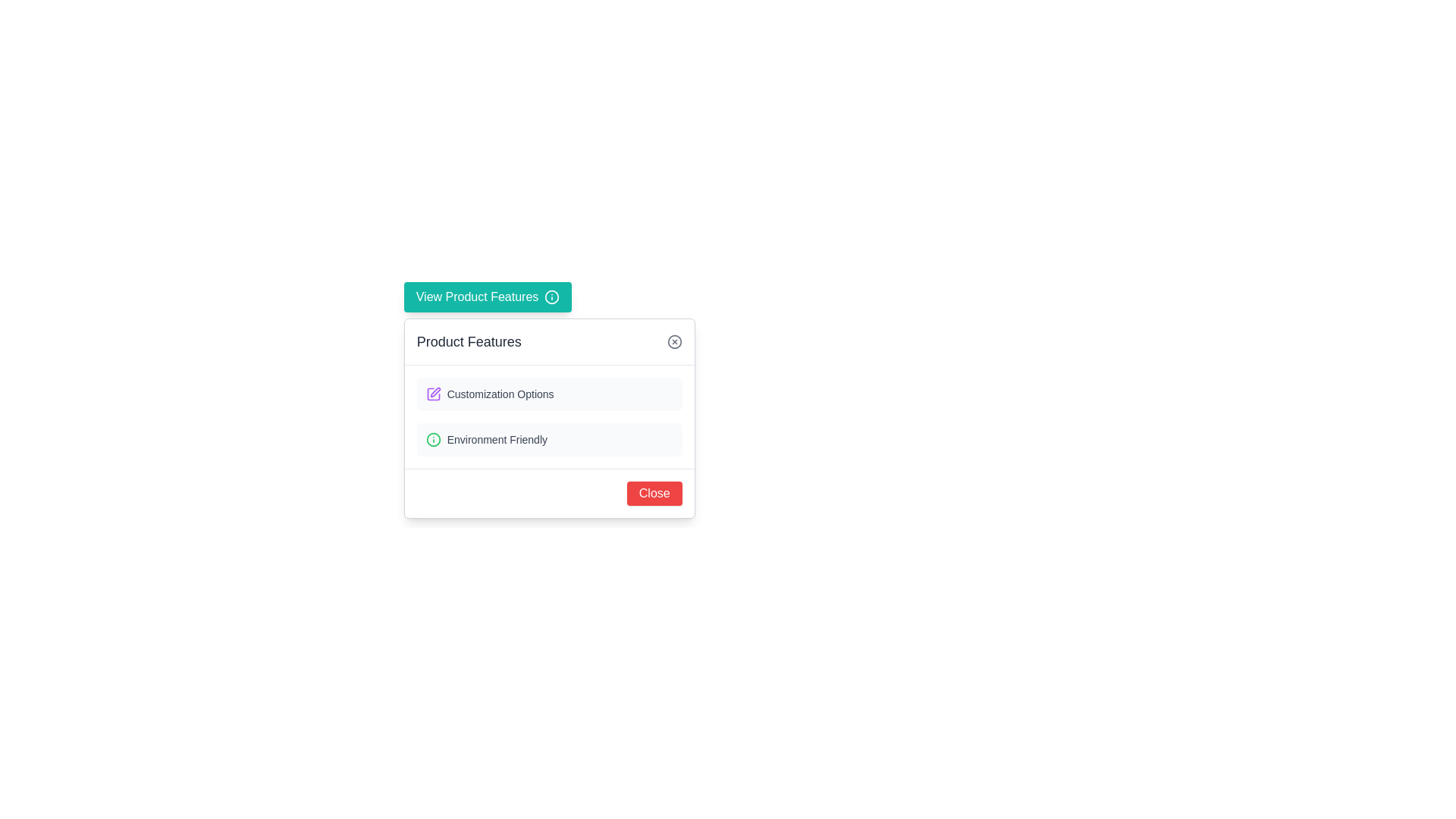 The width and height of the screenshot is (1456, 819). Describe the element at coordinates (548, 418) in the screenshot. I see `the 'Customization Options' and 'Environment Friendly' items in the 'Product Features' modal panel` at that location.